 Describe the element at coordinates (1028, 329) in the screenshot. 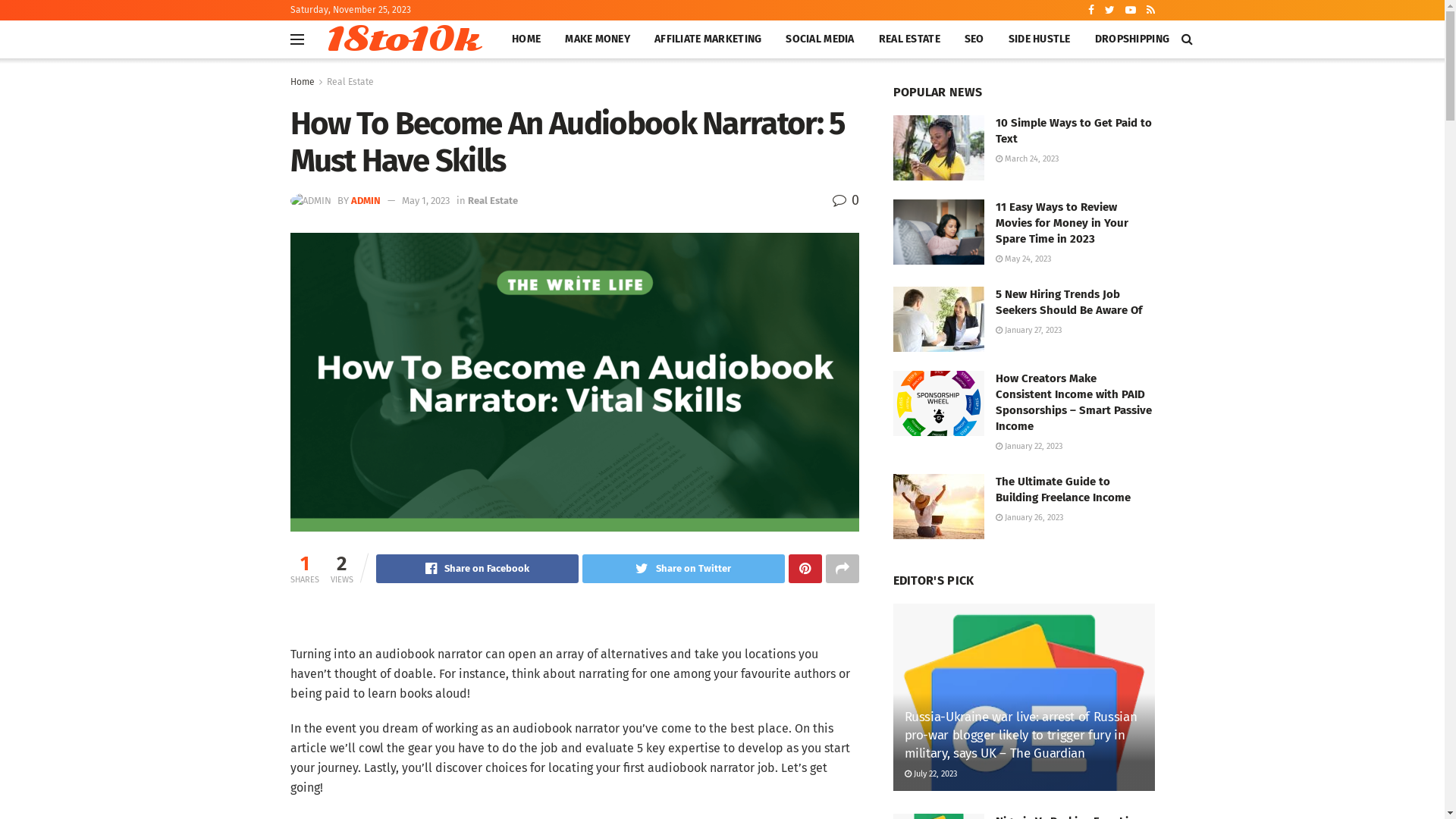

I see `'January 27, 2023'` at that location.